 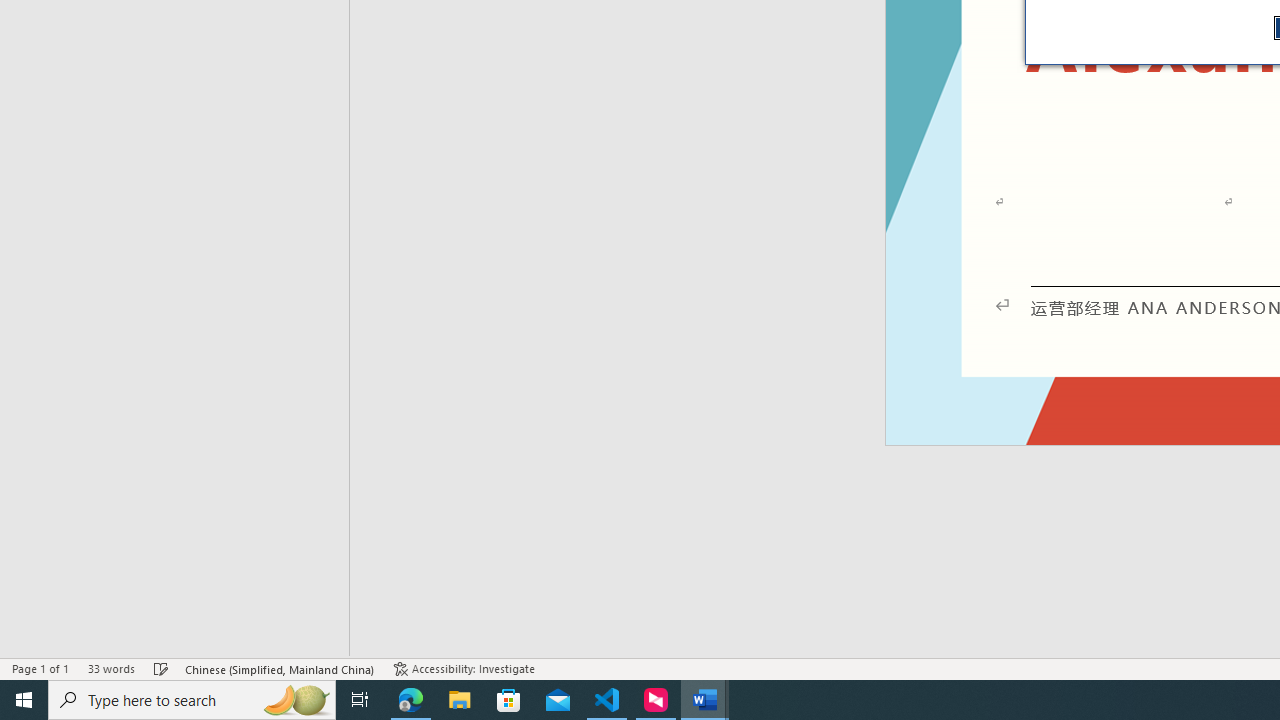 I want to click on 'Task View', so click(x=359, y=698).